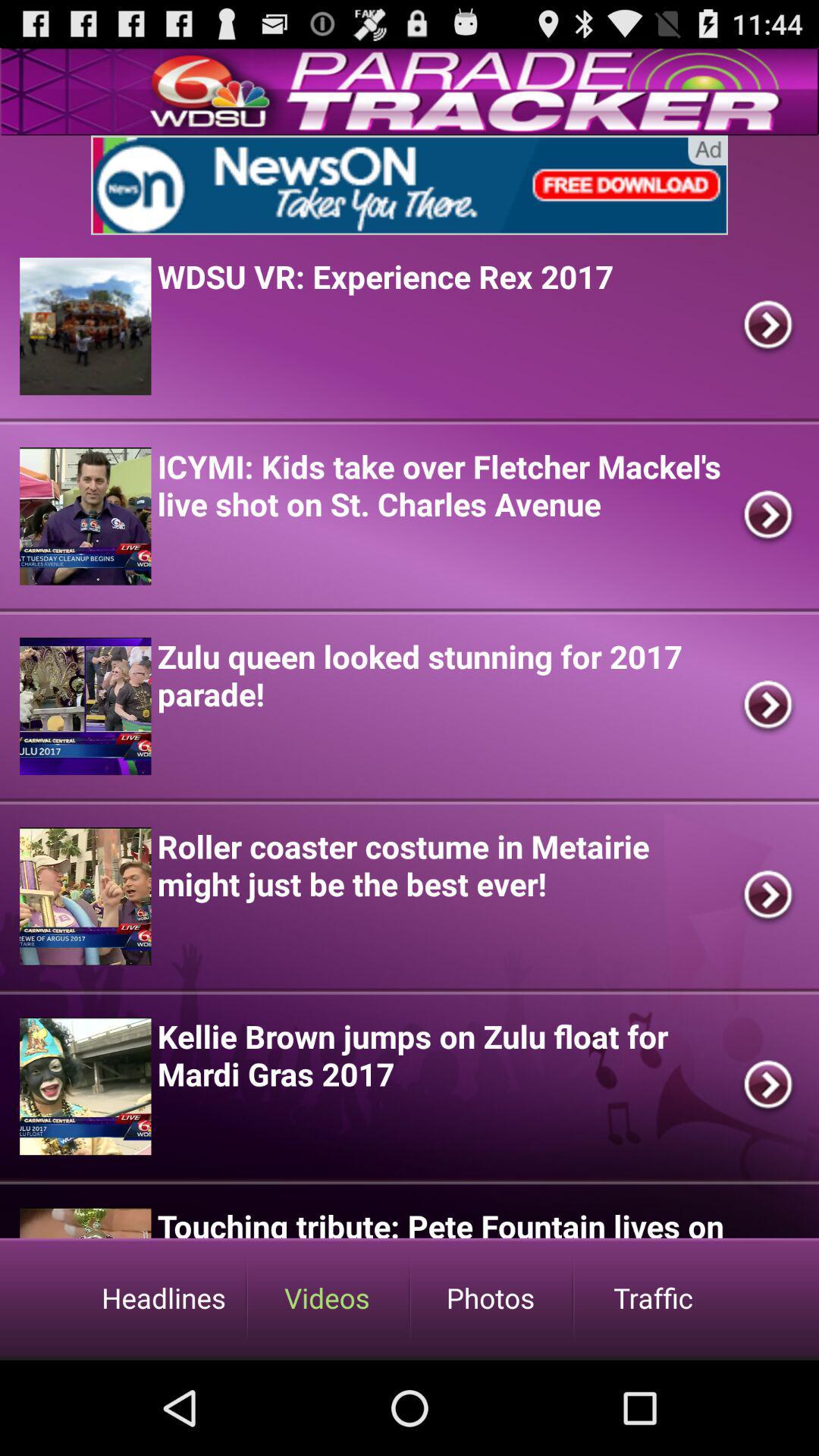 The width and height of the screenshot is (819, 1456). What do you see at coordinates (409, 184) in the screenshot?
I see `interact with advertisement` at bounding box center [409, 184].